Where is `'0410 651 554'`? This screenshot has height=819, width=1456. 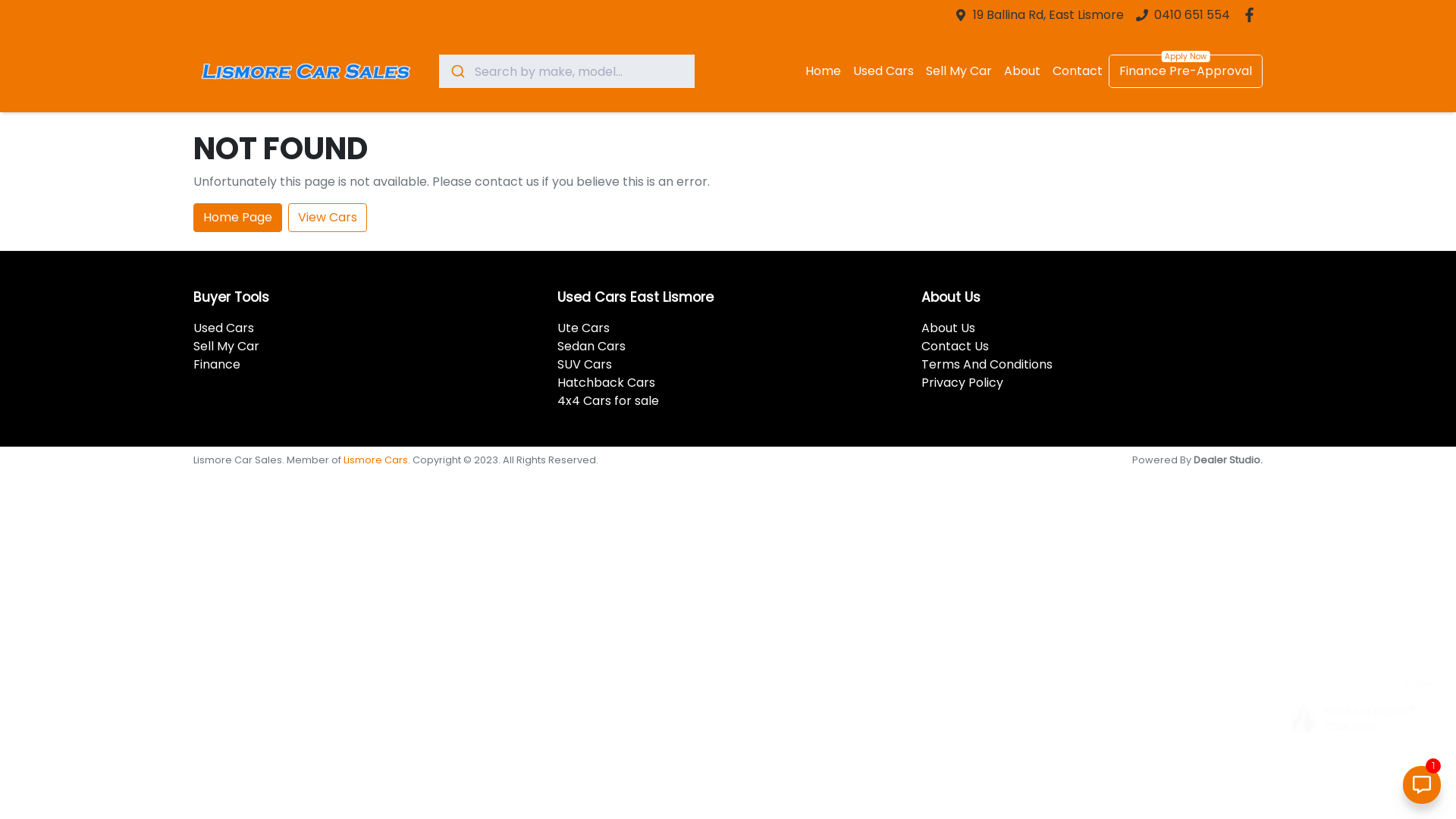 '0410 651 554' is located at coordinates (1191, 14).